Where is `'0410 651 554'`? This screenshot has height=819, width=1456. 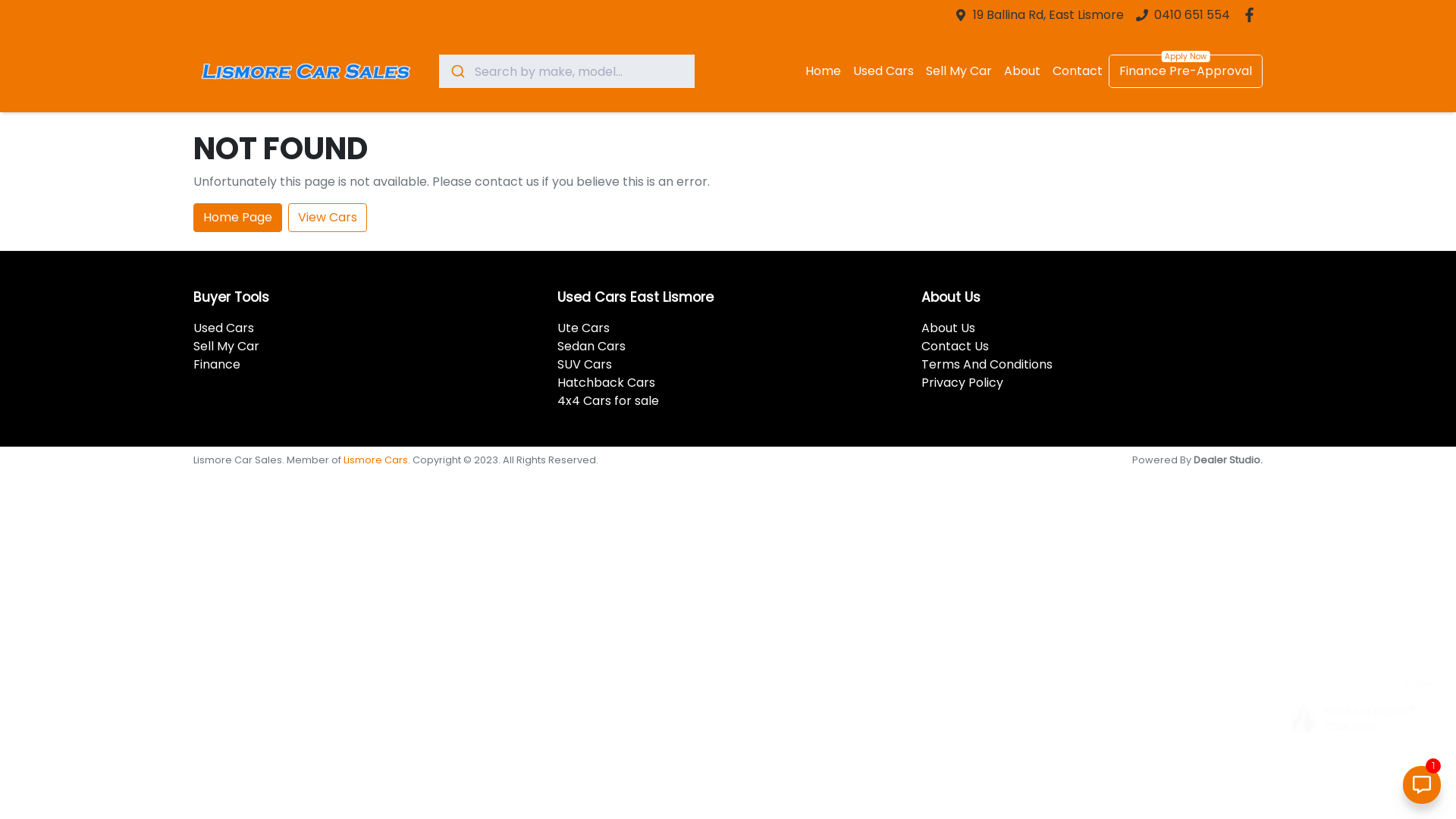 '0410 651 554' is located at coordinates (1191, 14).